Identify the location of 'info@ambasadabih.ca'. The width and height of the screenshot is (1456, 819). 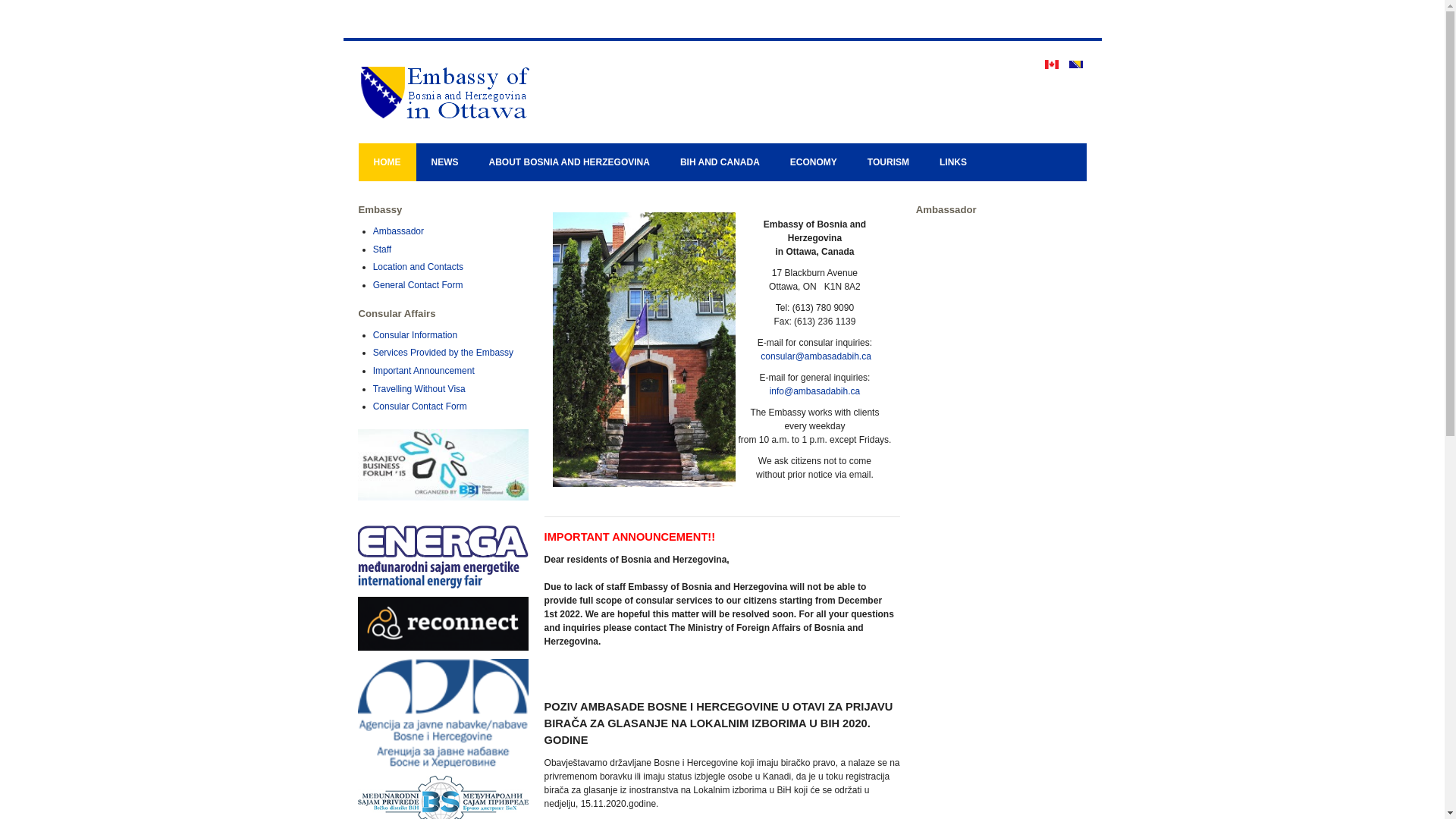
(814, 391).